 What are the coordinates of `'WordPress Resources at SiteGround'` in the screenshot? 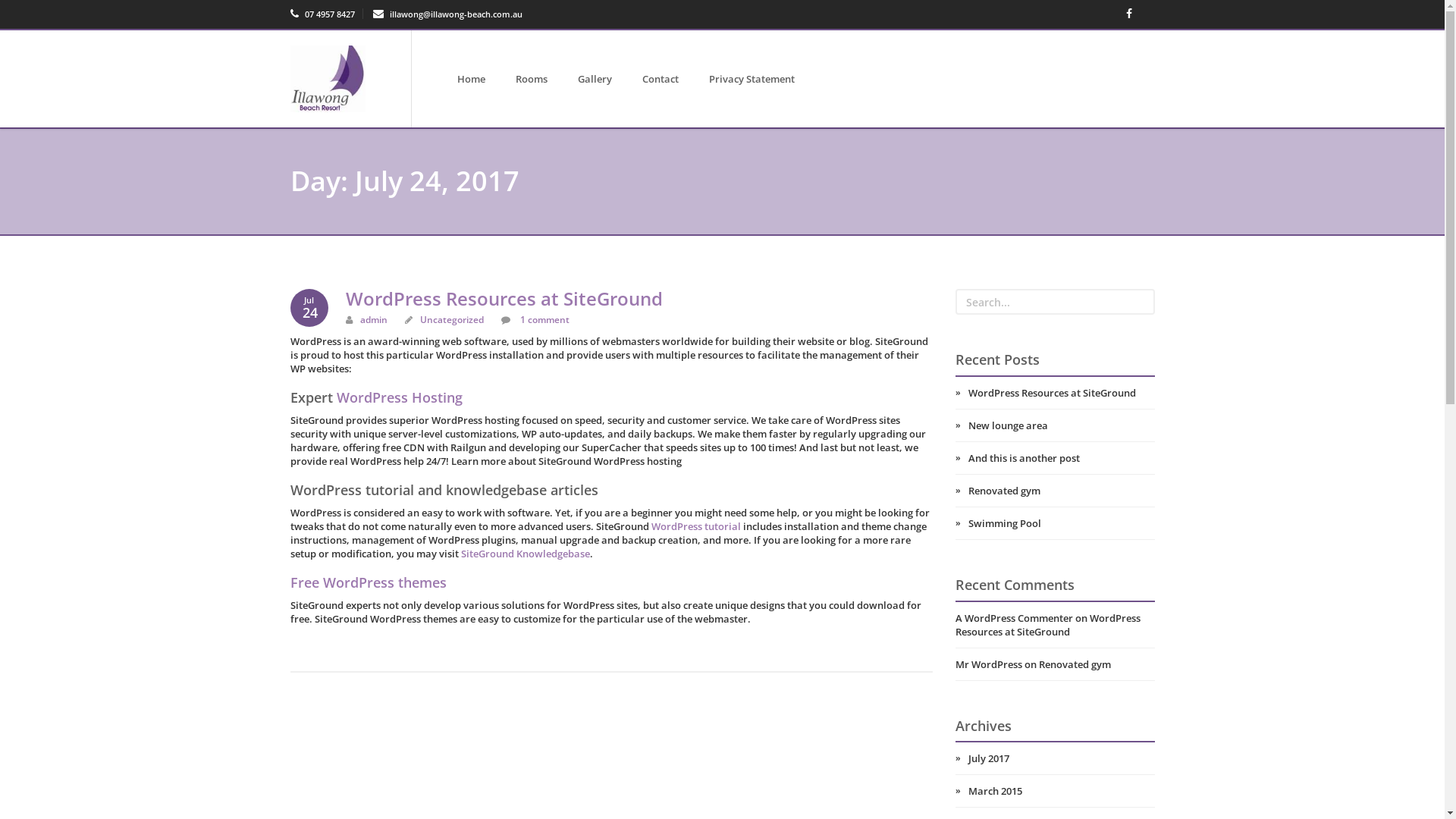 It's located at (1054, 391).